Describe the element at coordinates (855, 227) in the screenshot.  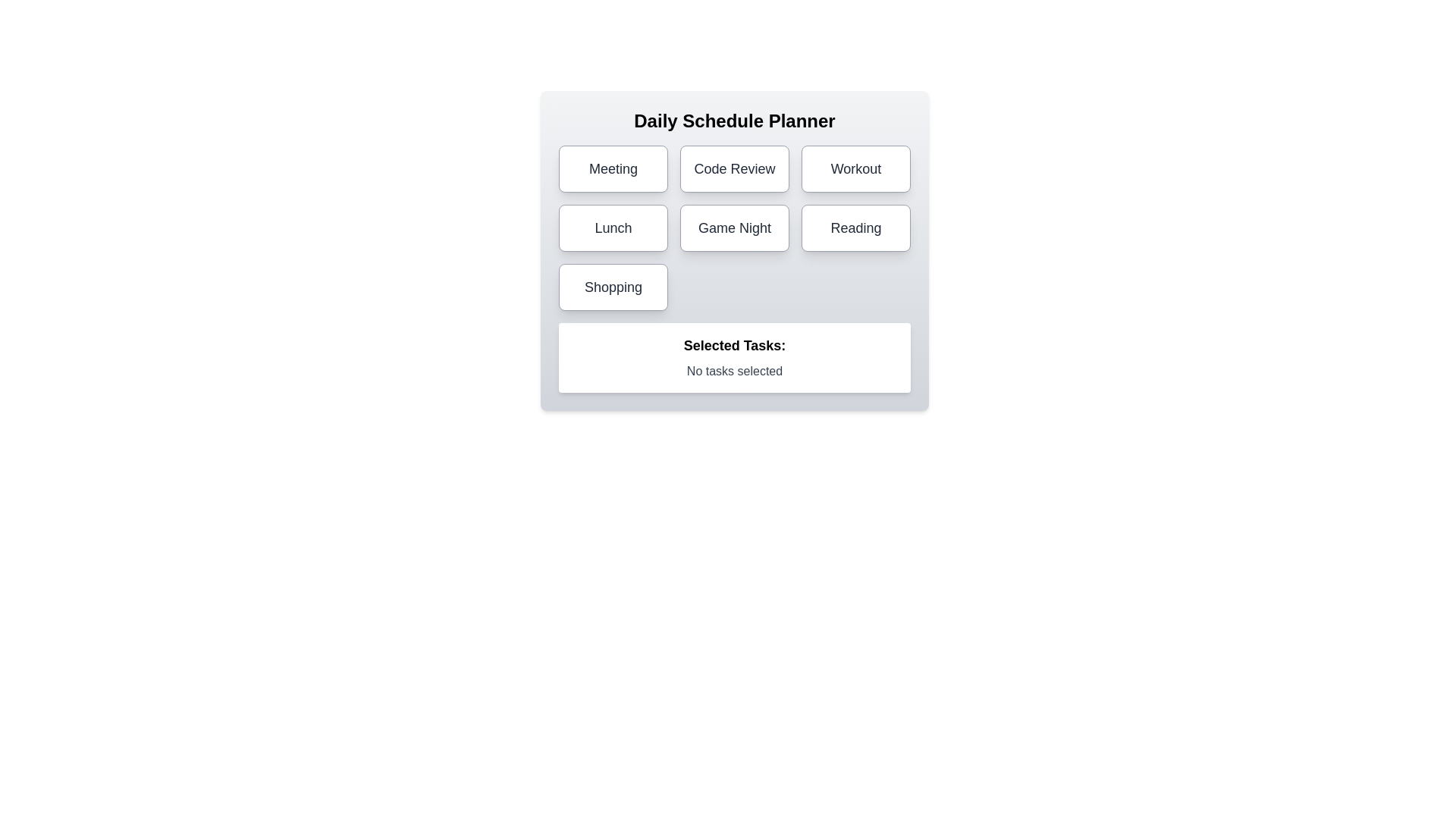
I see `the button corresponding to Reading` at that location.